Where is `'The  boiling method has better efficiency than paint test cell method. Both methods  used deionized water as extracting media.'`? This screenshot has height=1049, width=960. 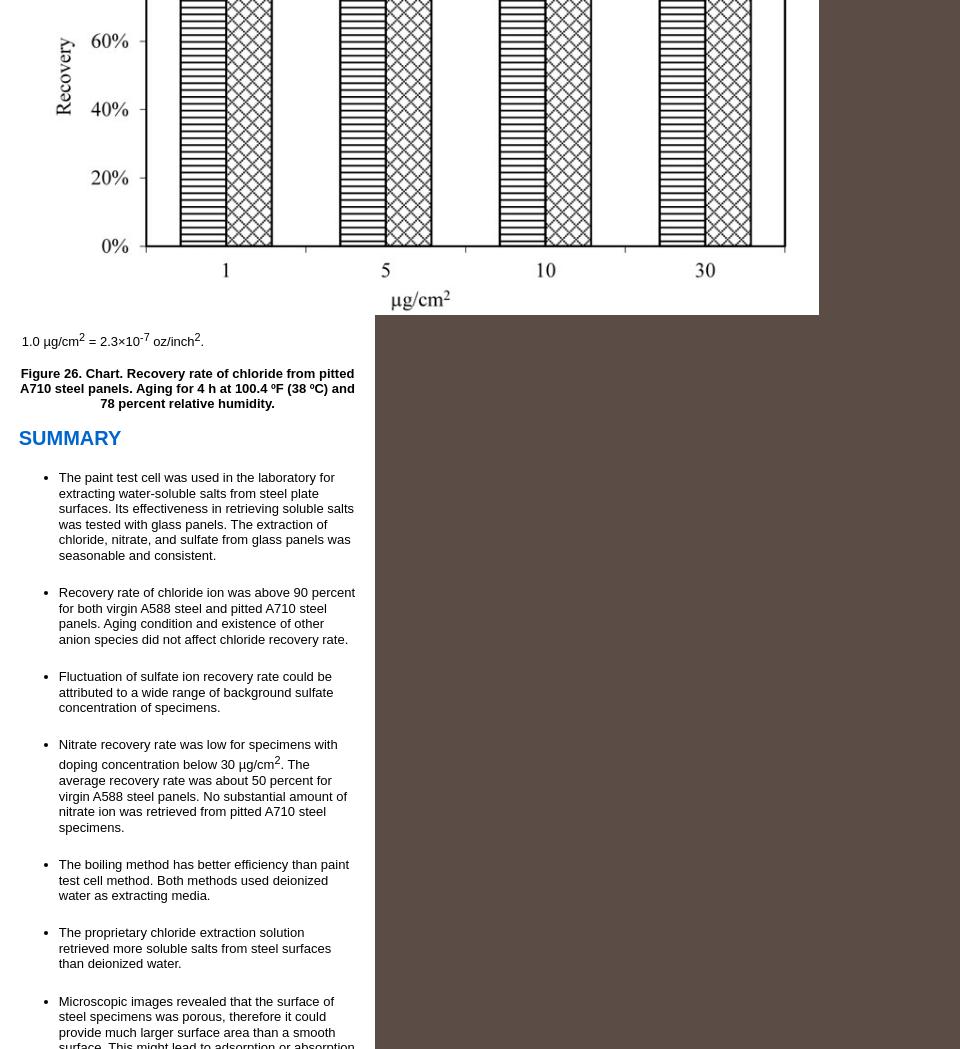 'The  boiling method has better efficiency than paint test cell method. Both methods  used deionized water as extracting media.' is located at coordinates (56, 879).